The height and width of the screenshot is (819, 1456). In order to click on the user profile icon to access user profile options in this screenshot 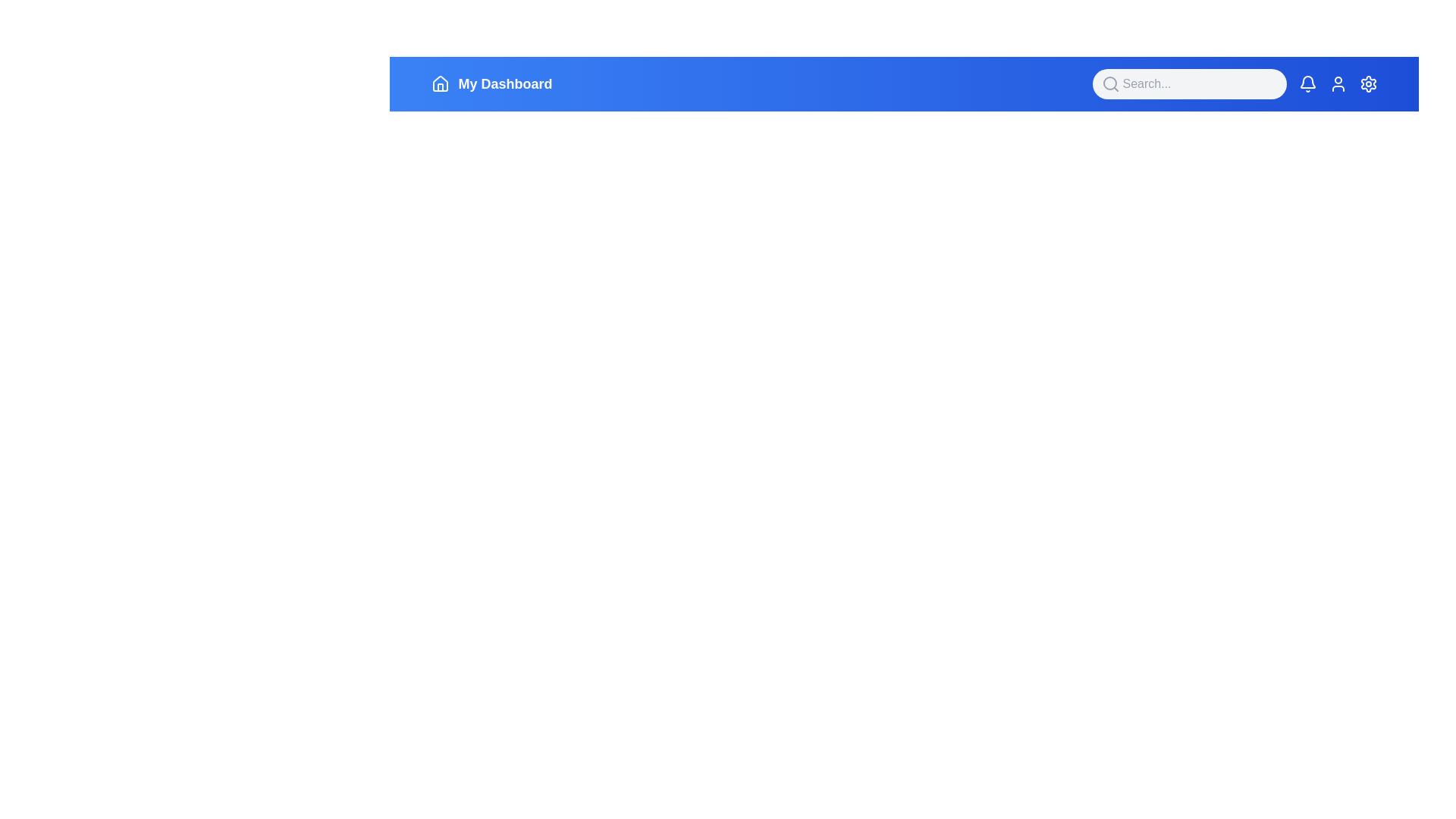, I will do `click(1338, 84)`.